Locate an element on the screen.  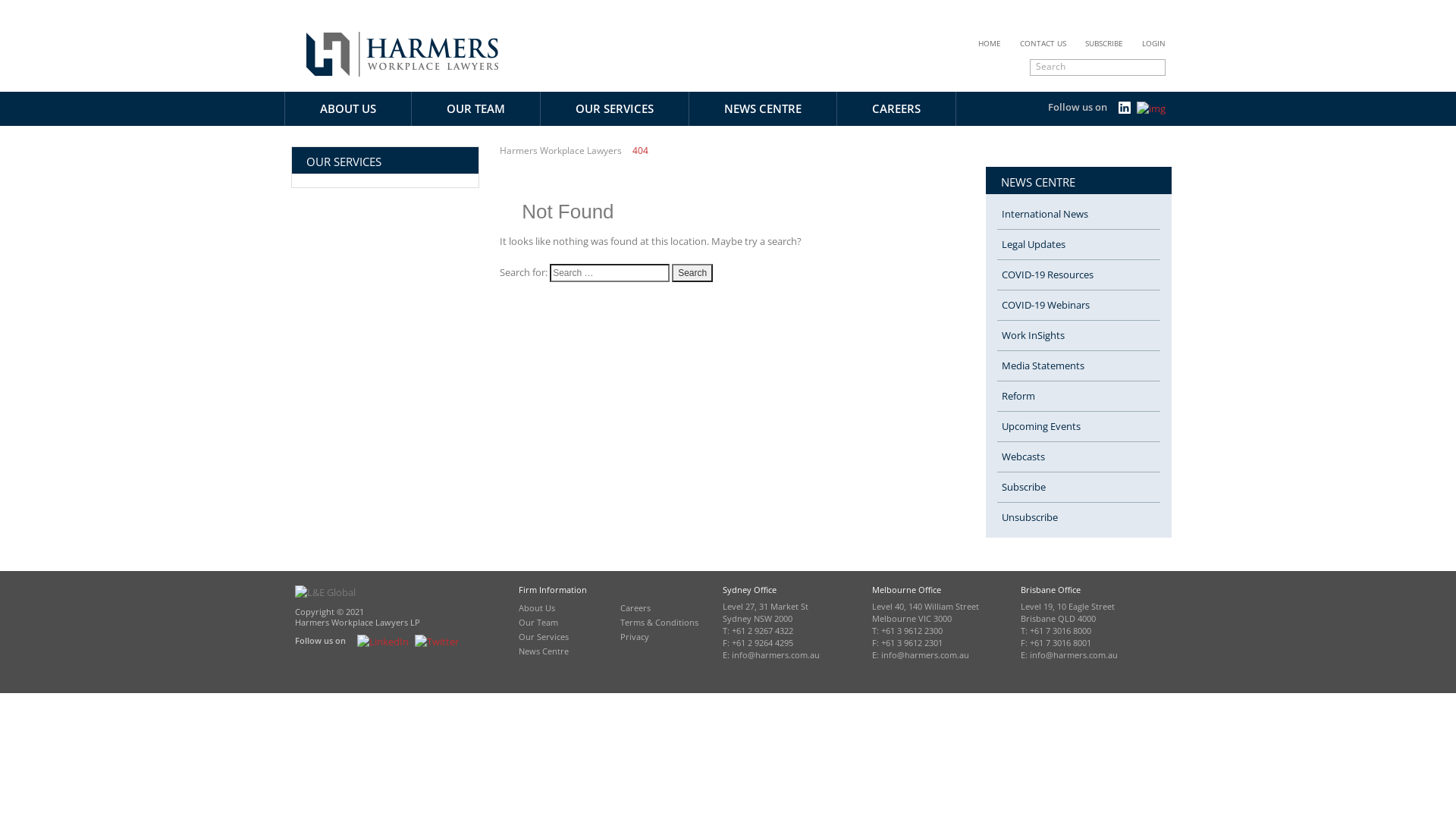
'News Centre' is located at coordinates (543, 650).